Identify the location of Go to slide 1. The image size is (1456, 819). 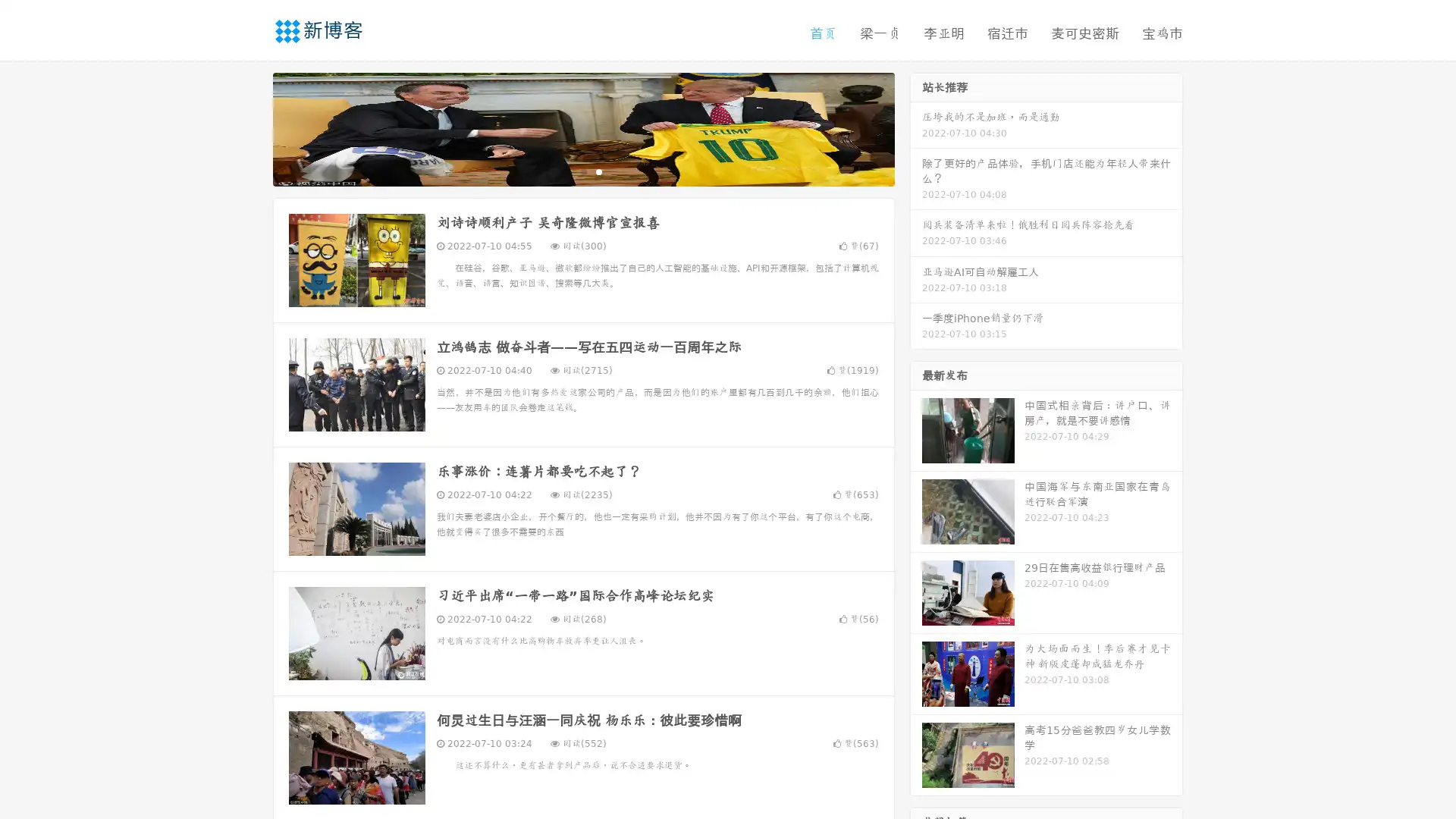
(567, 171).